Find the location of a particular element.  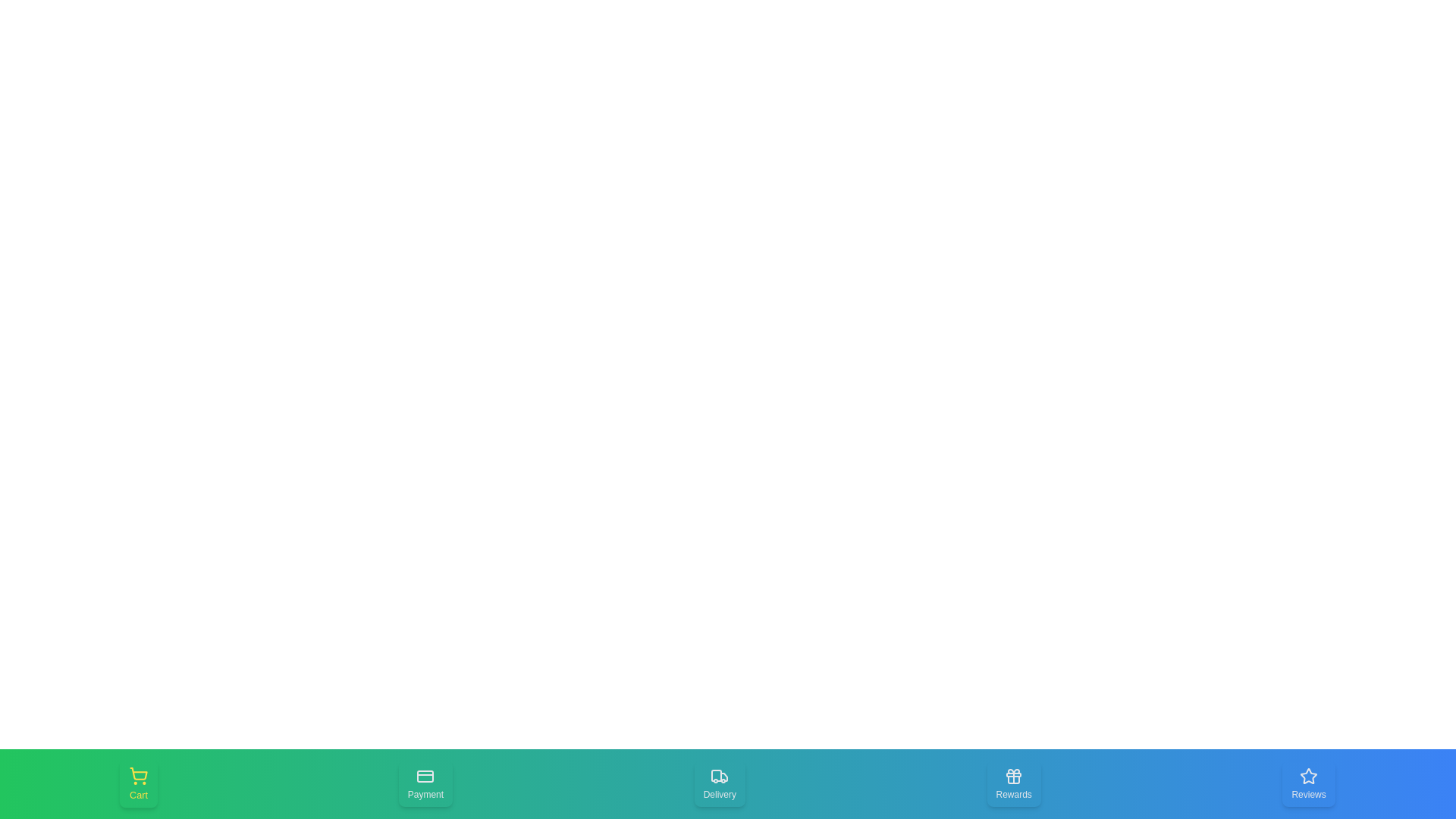

the Reviews tab in the bottom navigation bar is located at coordinates (1308, 783).